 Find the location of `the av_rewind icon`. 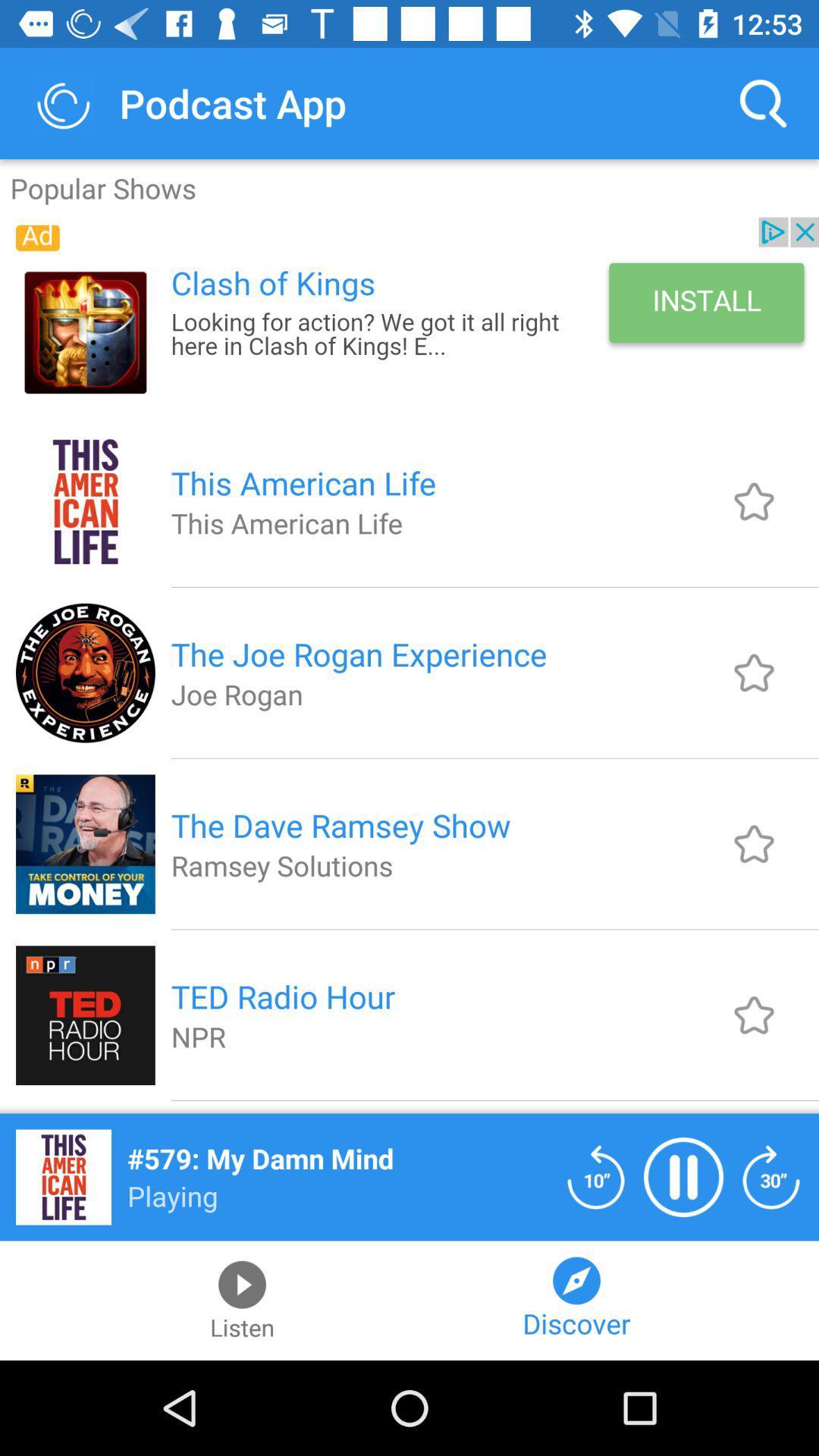

the av_rewind icon is located at coordinates (595, 1176).